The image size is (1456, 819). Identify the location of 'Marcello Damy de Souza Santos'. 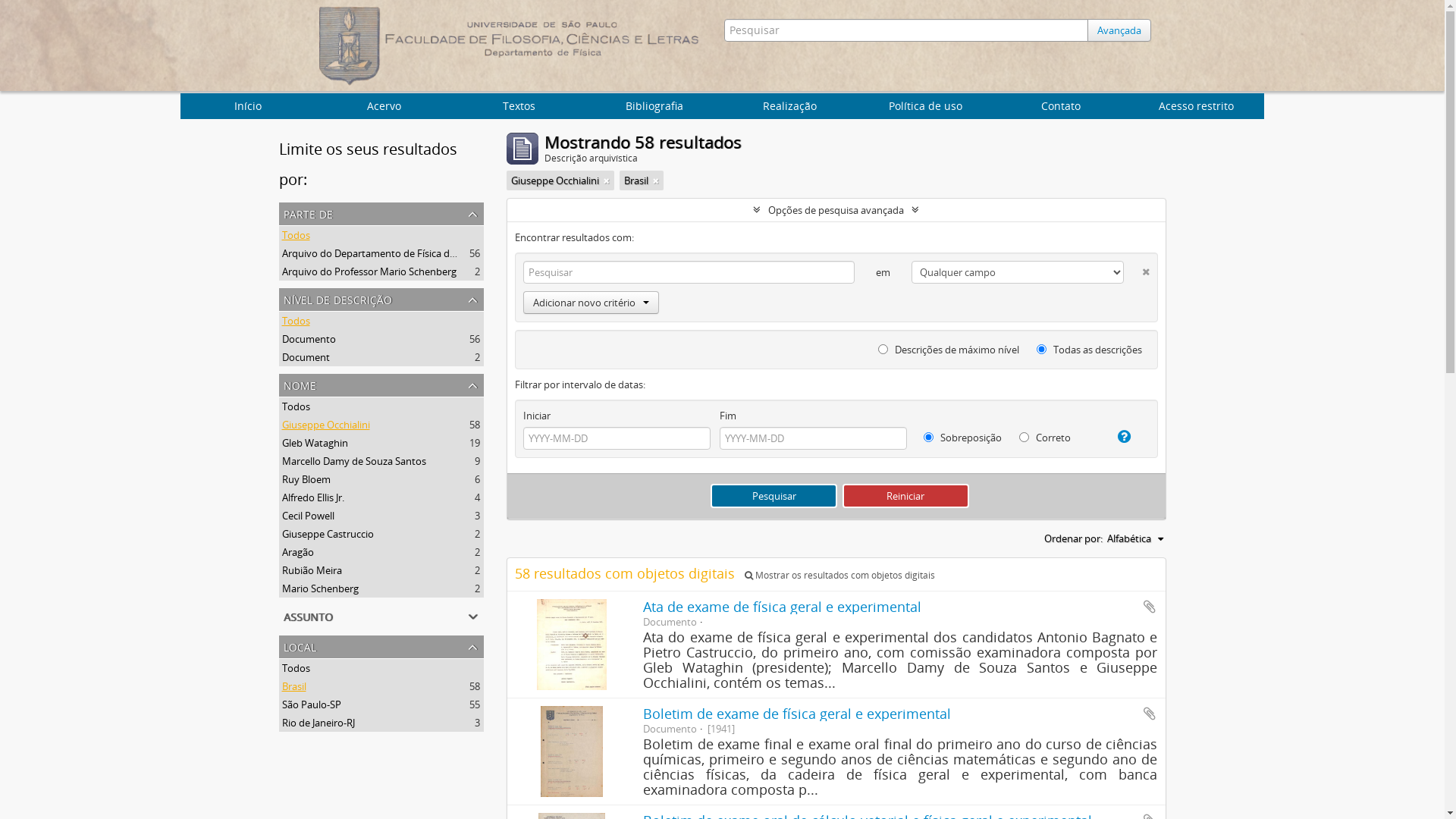
(353, 460).